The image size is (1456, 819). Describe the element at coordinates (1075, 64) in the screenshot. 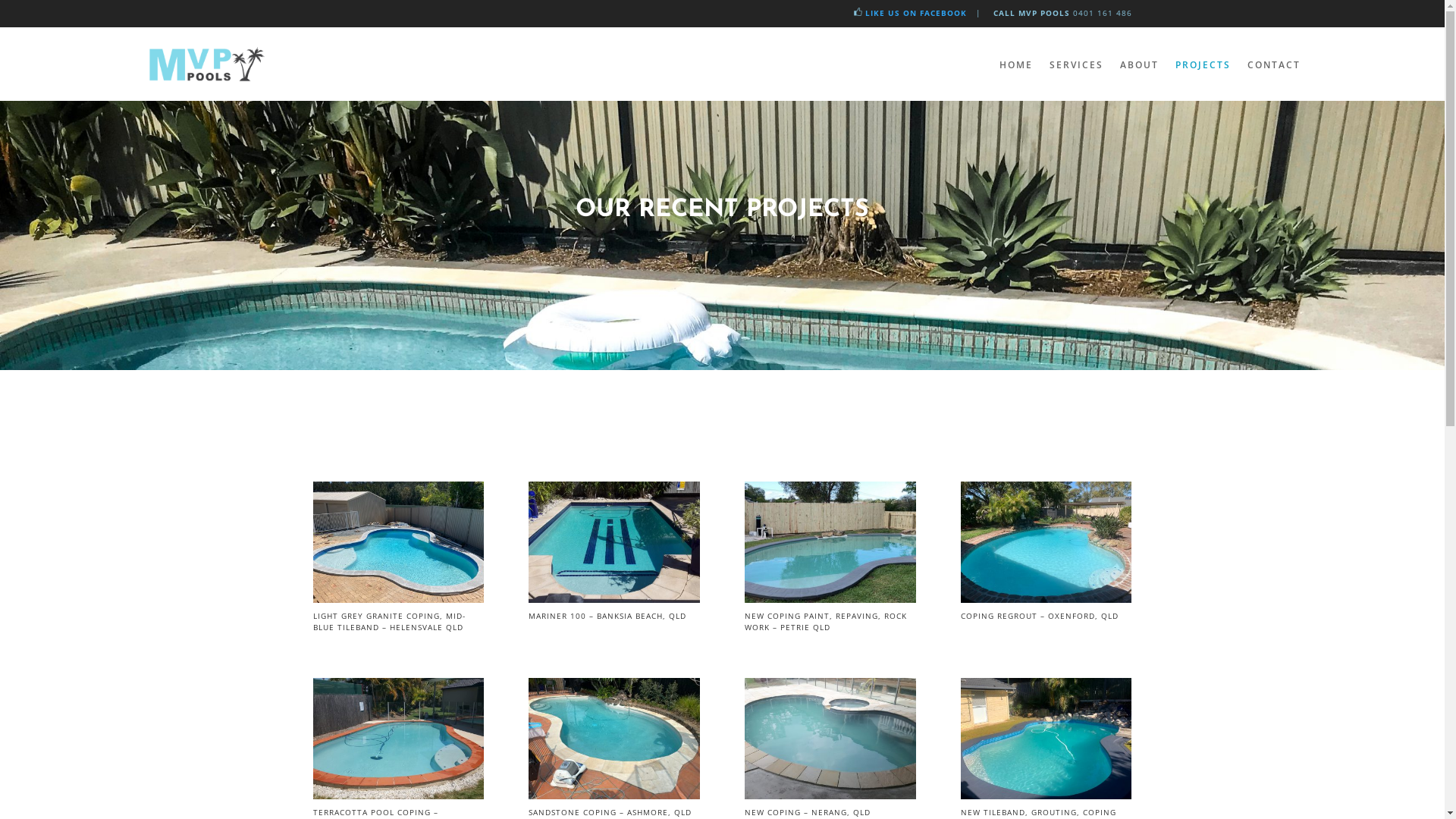

I see `'SERVICES'` at that location.